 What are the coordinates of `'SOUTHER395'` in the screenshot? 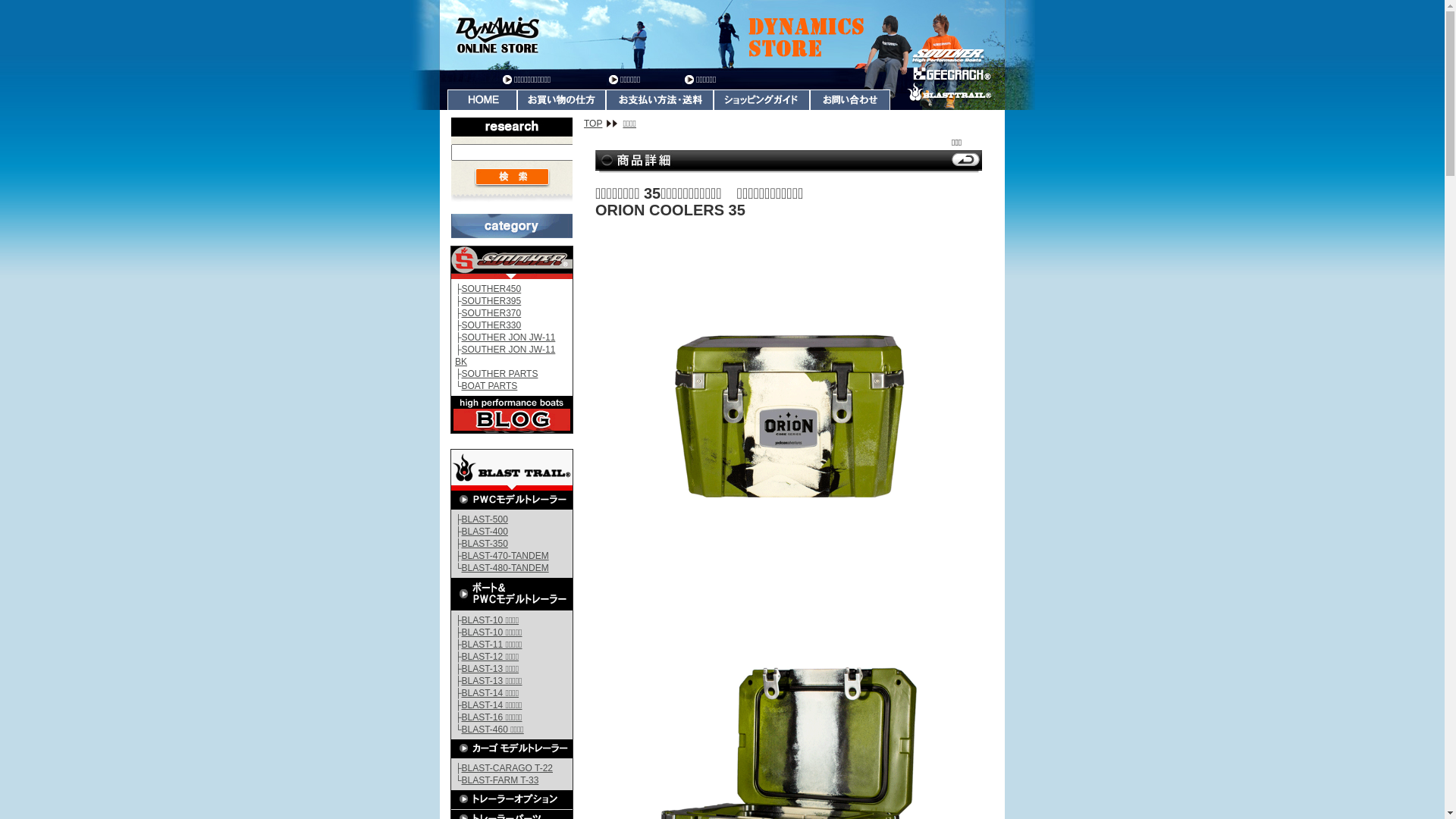 It's located at (461, 301).